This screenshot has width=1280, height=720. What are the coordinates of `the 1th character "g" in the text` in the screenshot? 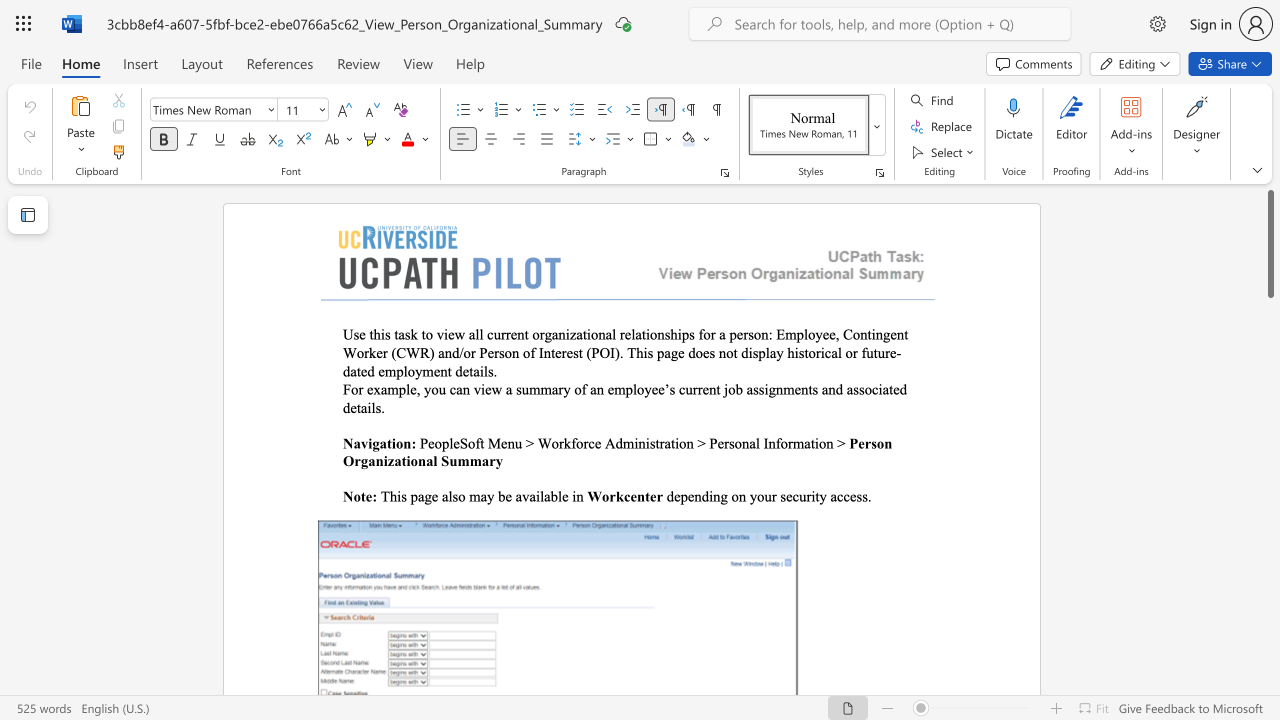 It's located at (723, 495).